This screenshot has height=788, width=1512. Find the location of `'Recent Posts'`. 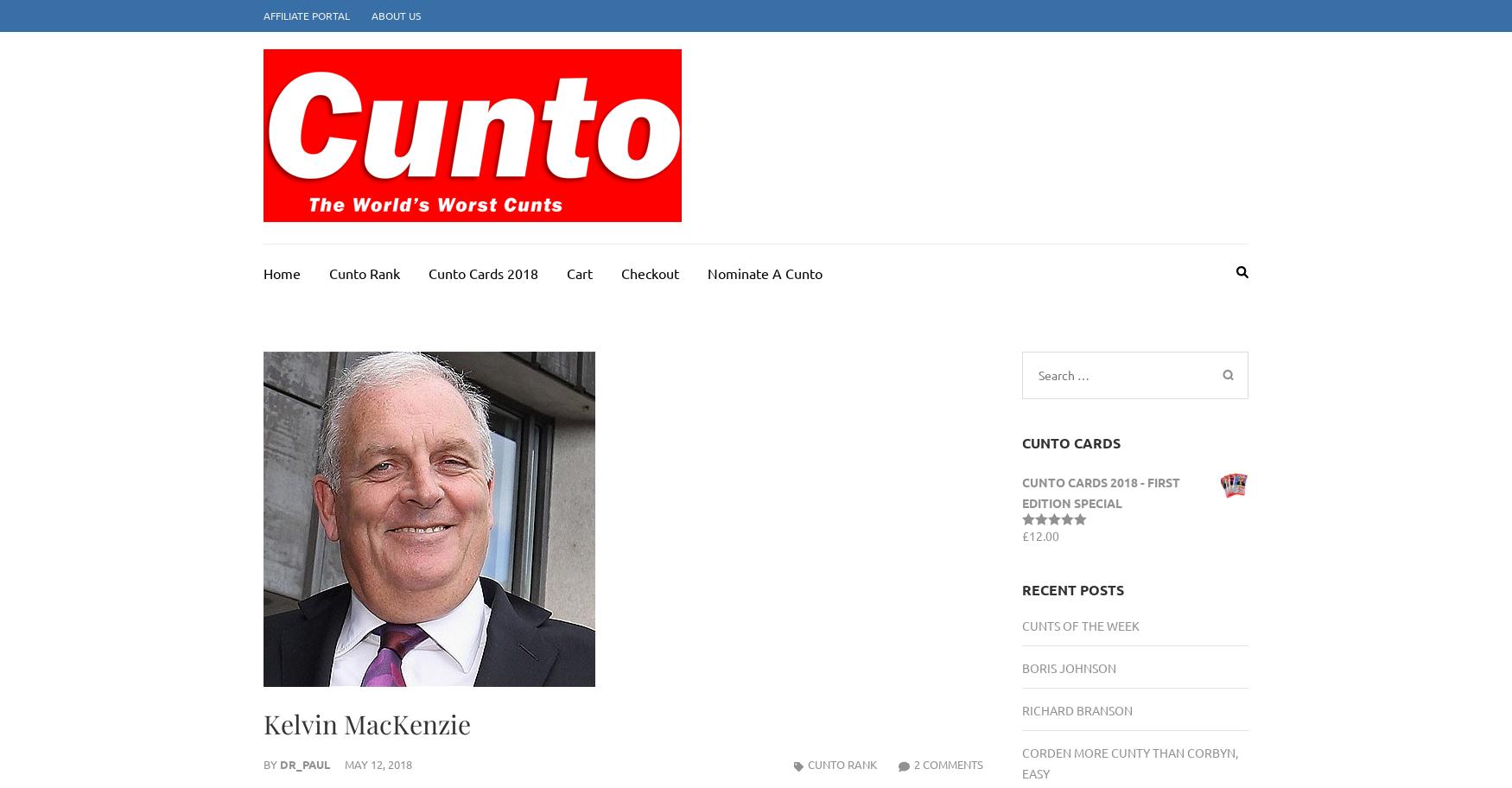

'Recent Posts' is located at coordinates (1020, 588).